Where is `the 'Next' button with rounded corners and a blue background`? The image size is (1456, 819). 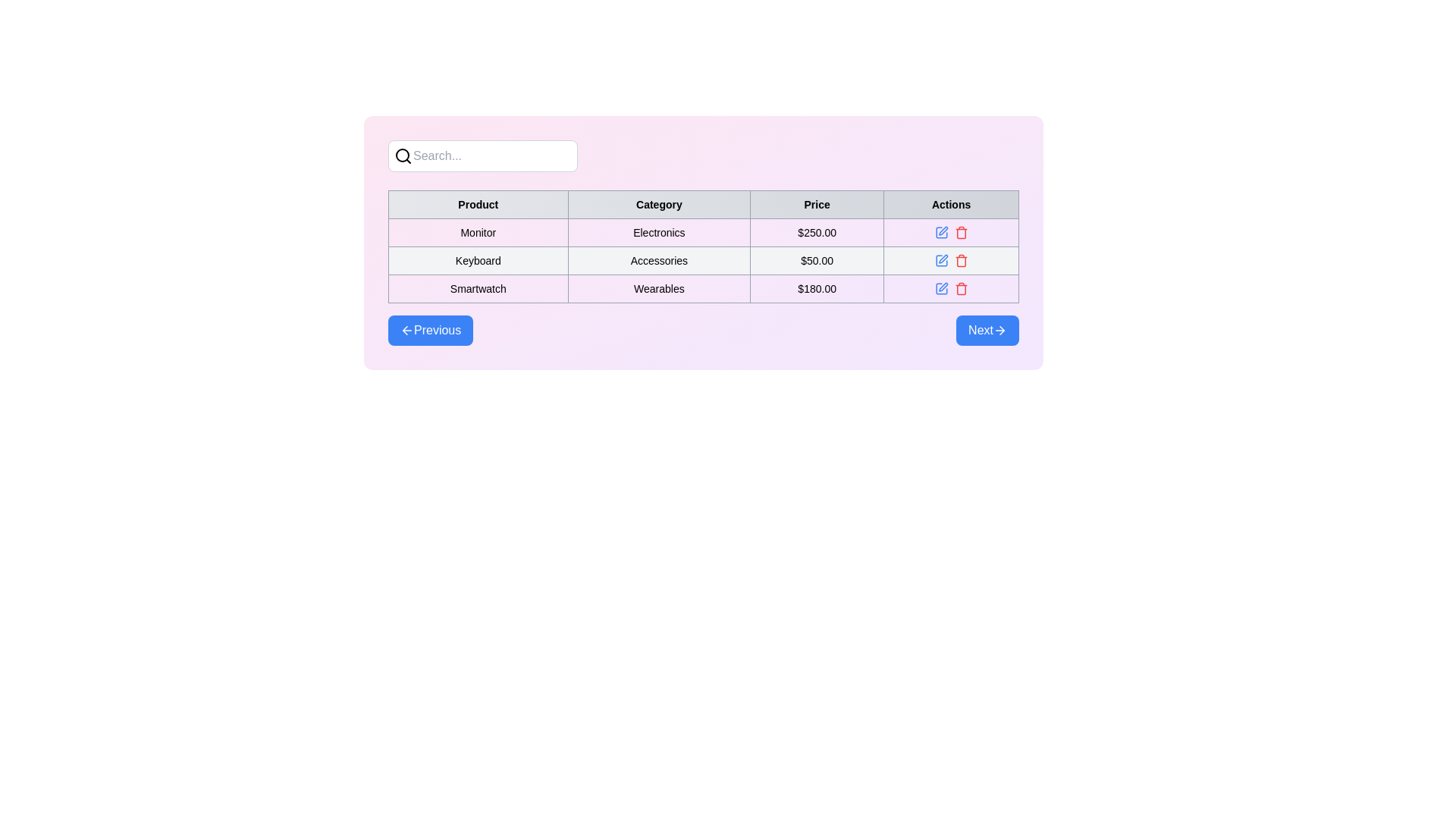 the 'Next' button with rounded corners and a blue background is located at coordinates (987, 329).